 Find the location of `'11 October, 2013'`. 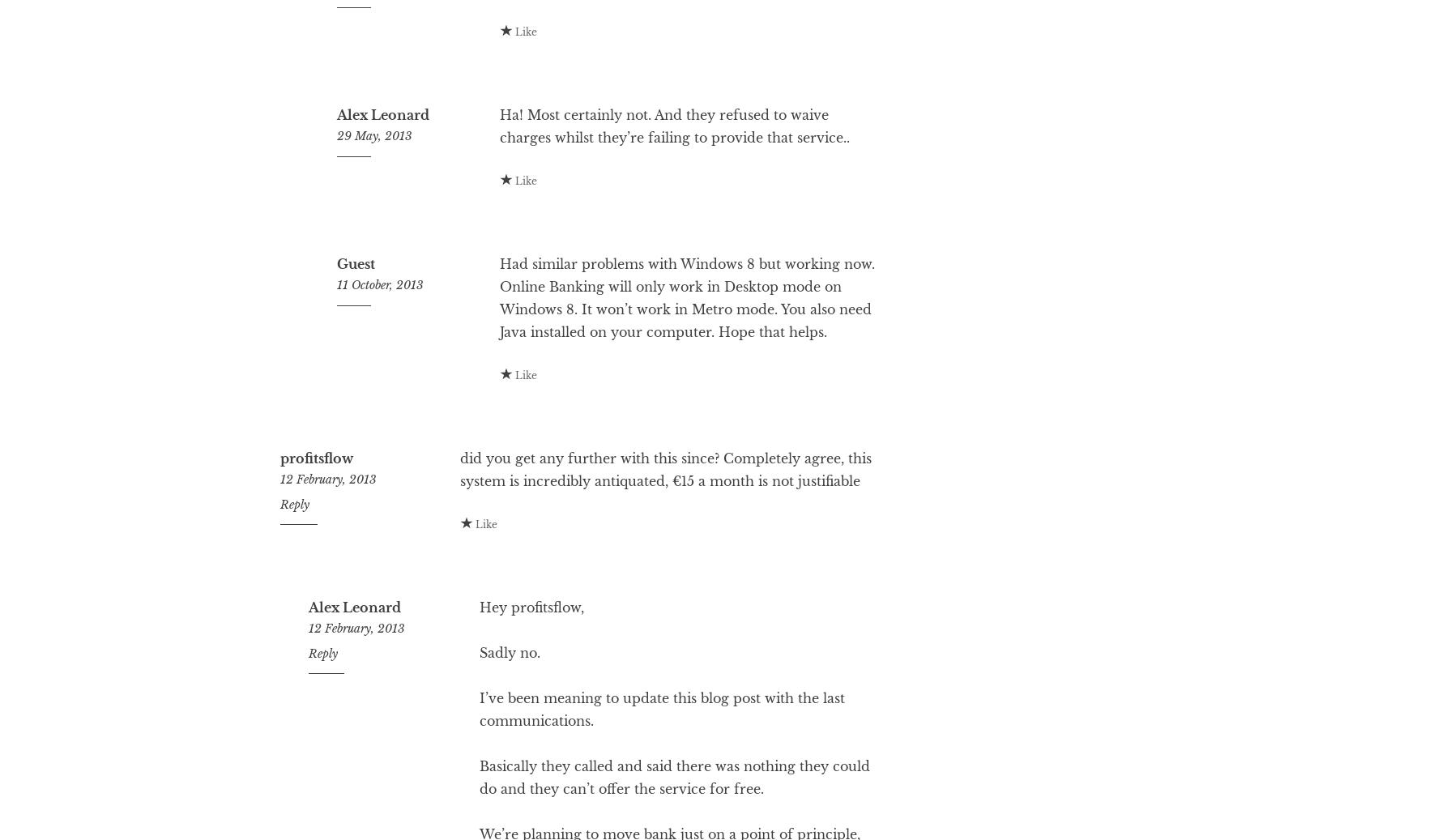

'11 October, 2013' is located at coordinates (335, 349).